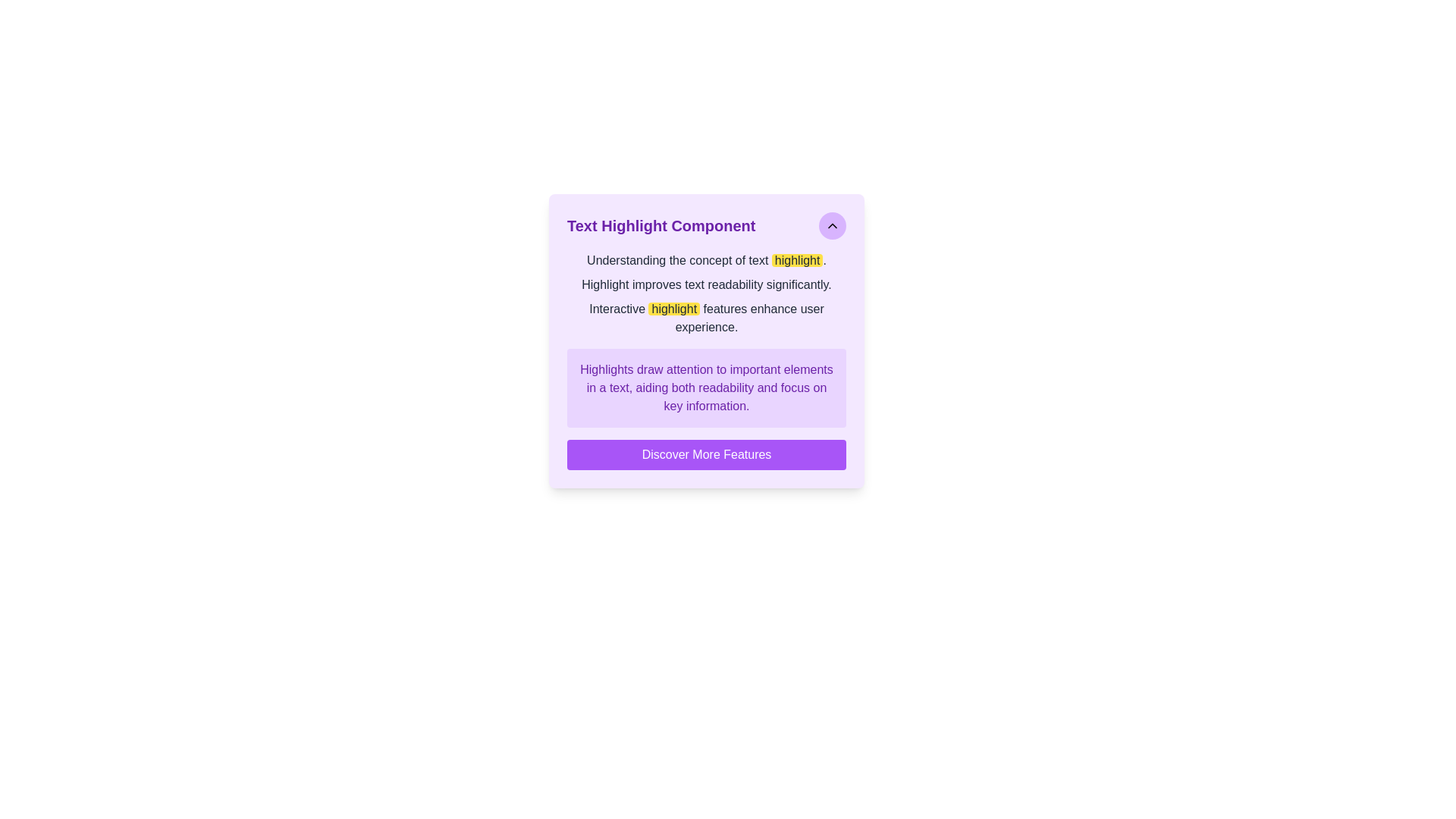 Image resolution: width=1456 pixels, height=819 pixels. Describe the element at coordinates (705, 294) in the screenshot. I see `the Text block that conveys information about text highlighting and its benefits, located below the title of the 'Text Highlight Component' panel` at that location.